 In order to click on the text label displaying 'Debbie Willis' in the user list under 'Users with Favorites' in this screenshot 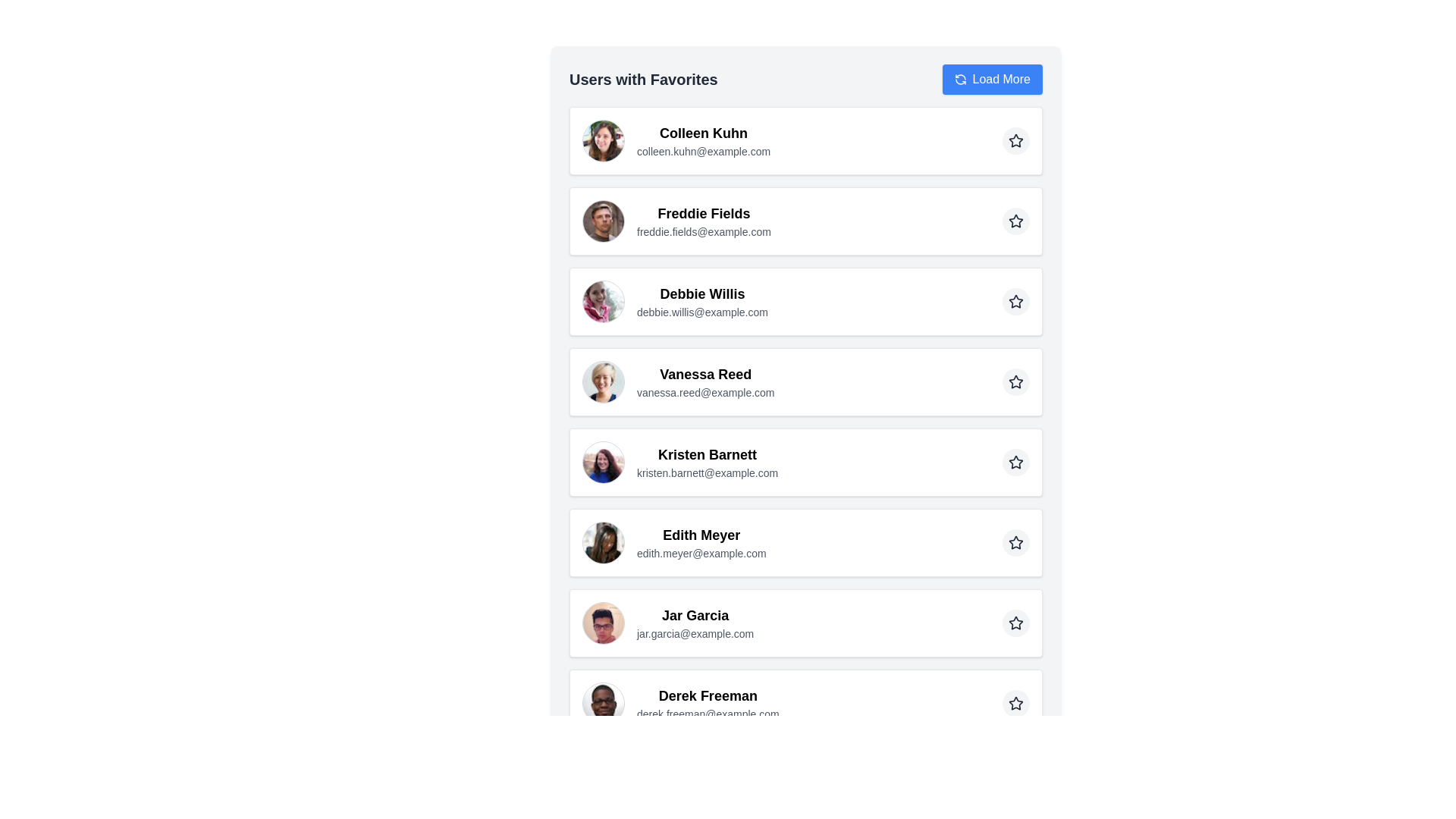, I will do `click(701, 294)`.